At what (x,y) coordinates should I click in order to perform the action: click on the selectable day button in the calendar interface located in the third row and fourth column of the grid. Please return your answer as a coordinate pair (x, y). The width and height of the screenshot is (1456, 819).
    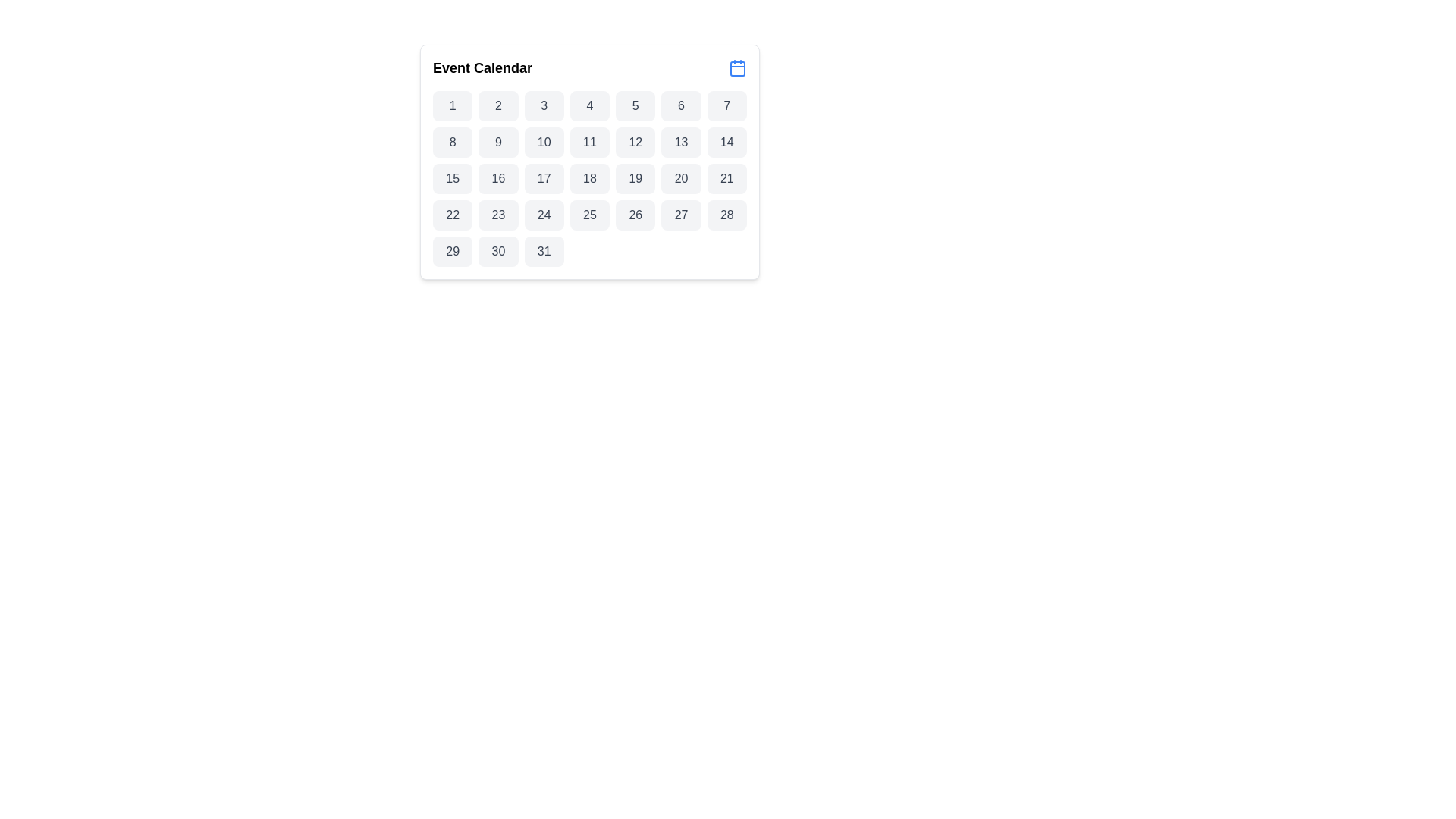
    Looking at the image, I should click on (544, 177).